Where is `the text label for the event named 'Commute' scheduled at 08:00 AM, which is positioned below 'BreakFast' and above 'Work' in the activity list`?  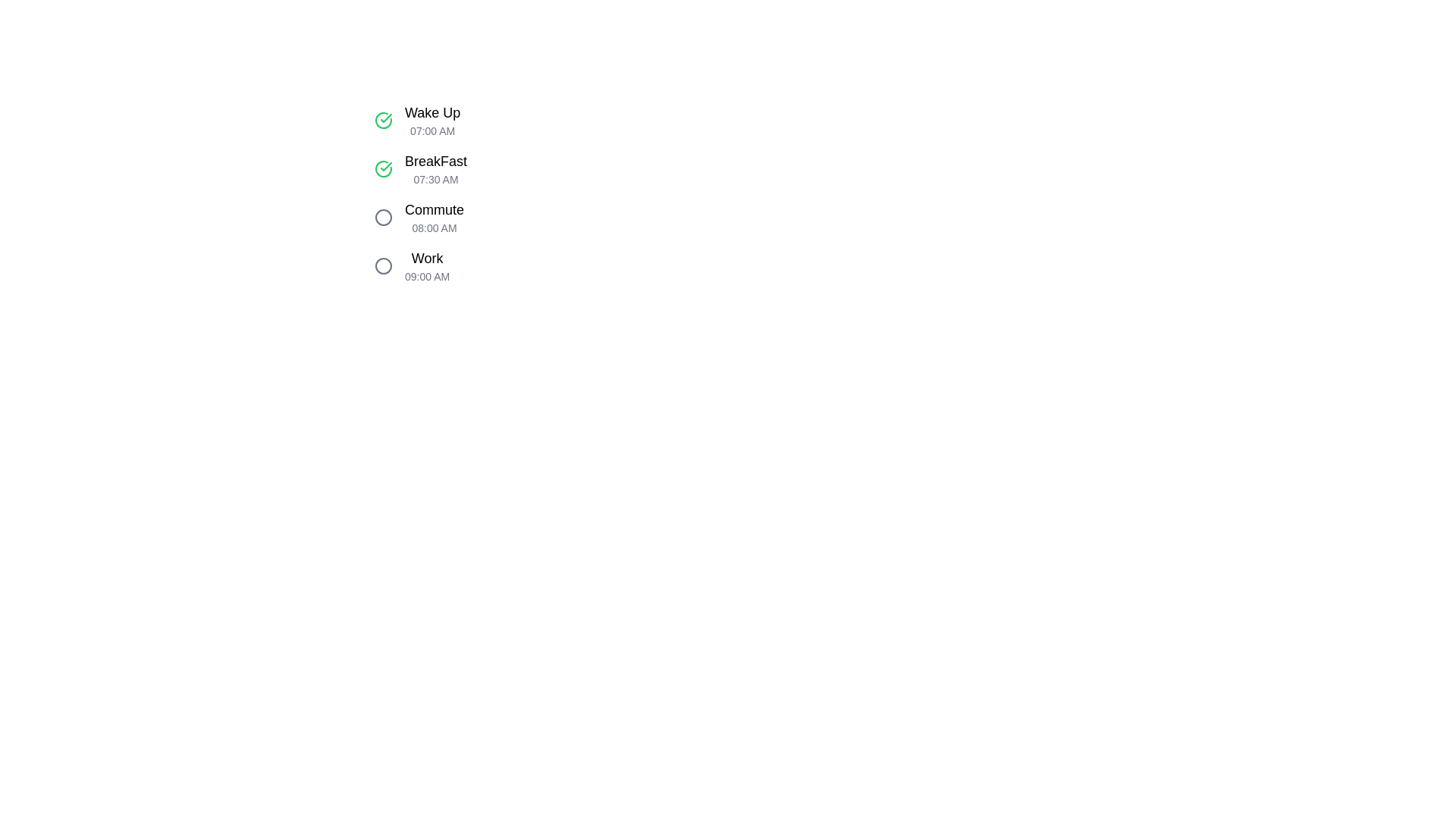
the text label for the event named 'Commute' scheduled at 08:00 AM, which is positioned below 'BreakFast' and above 'Work' in the activity list is located at coordinates (433, 210).